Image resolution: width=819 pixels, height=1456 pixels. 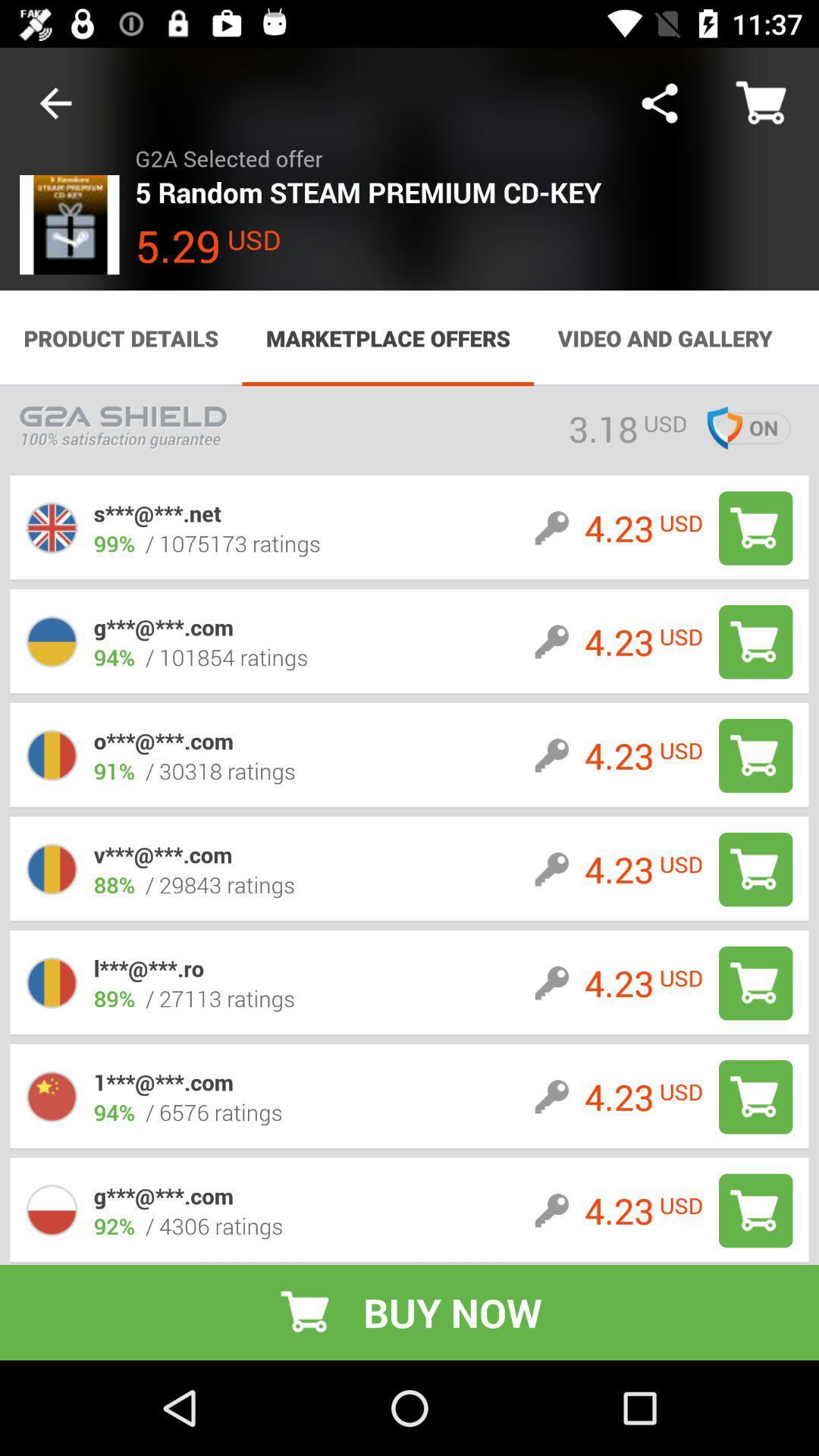 I want to click on the flag image which is left side of the text ocom, so click(x=52, y=755).